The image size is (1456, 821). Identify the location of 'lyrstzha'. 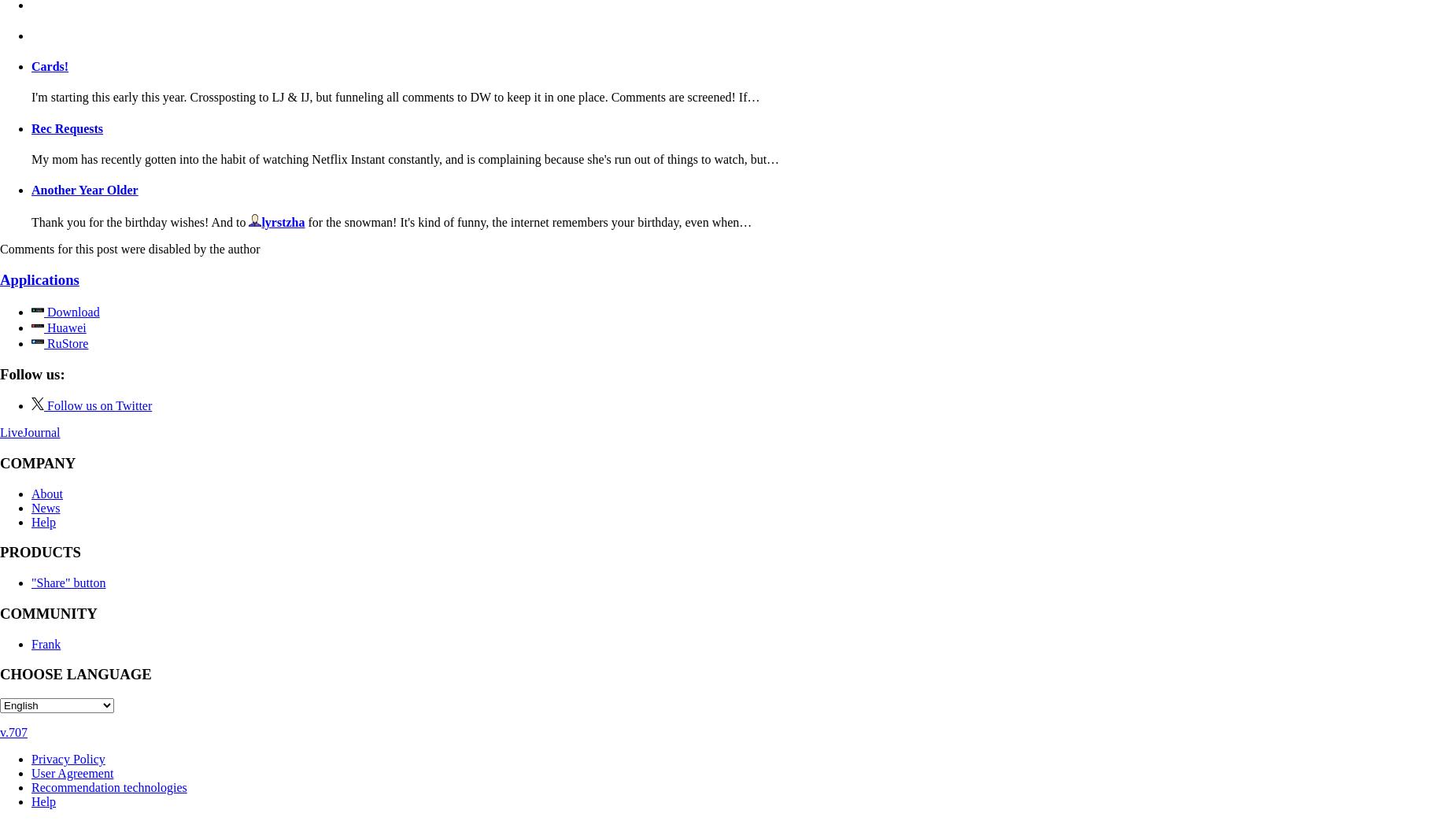
(261, 222).